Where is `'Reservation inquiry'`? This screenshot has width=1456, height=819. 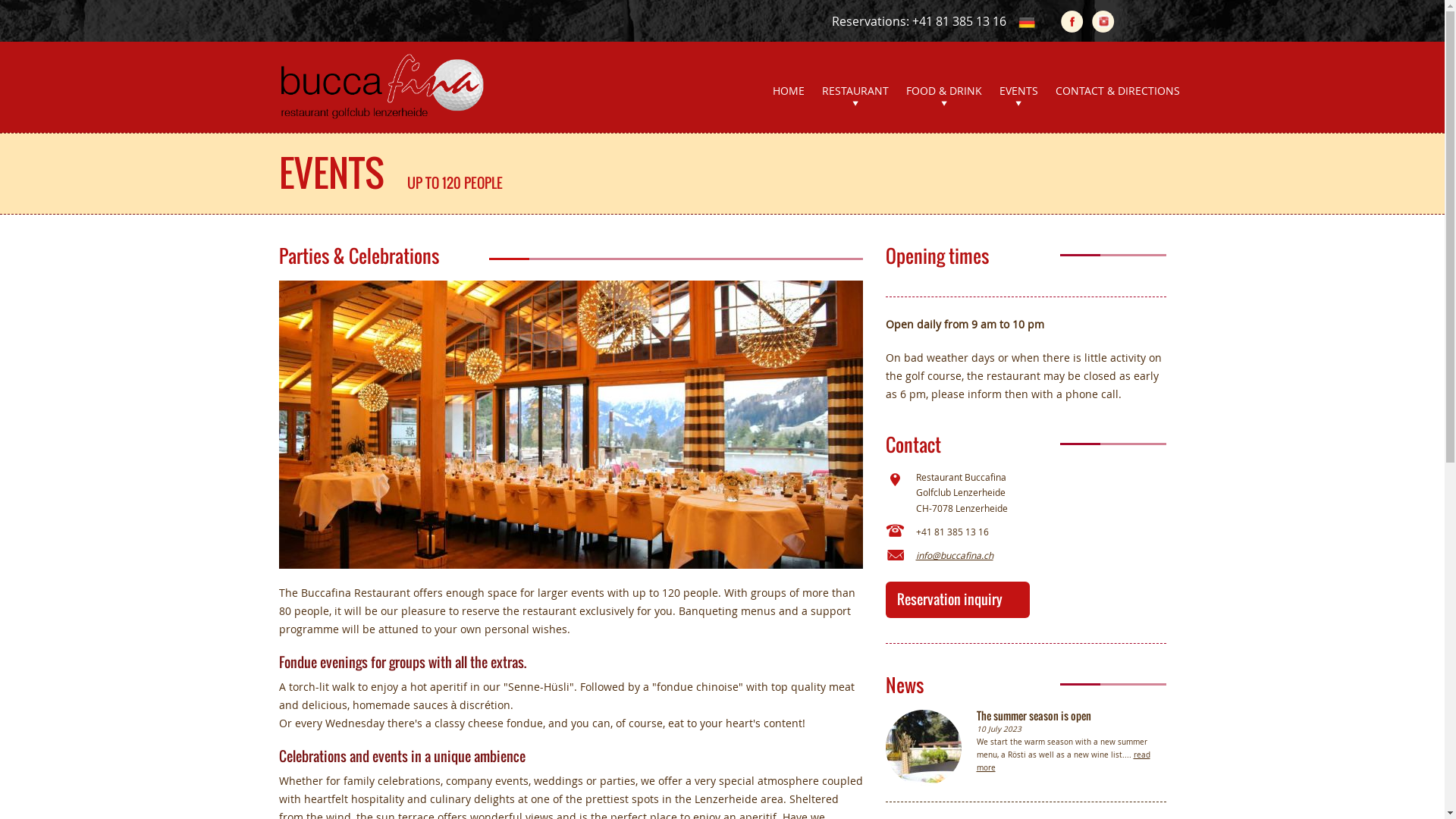
'Reservation inquiry' is located at coordinates (948, 598).